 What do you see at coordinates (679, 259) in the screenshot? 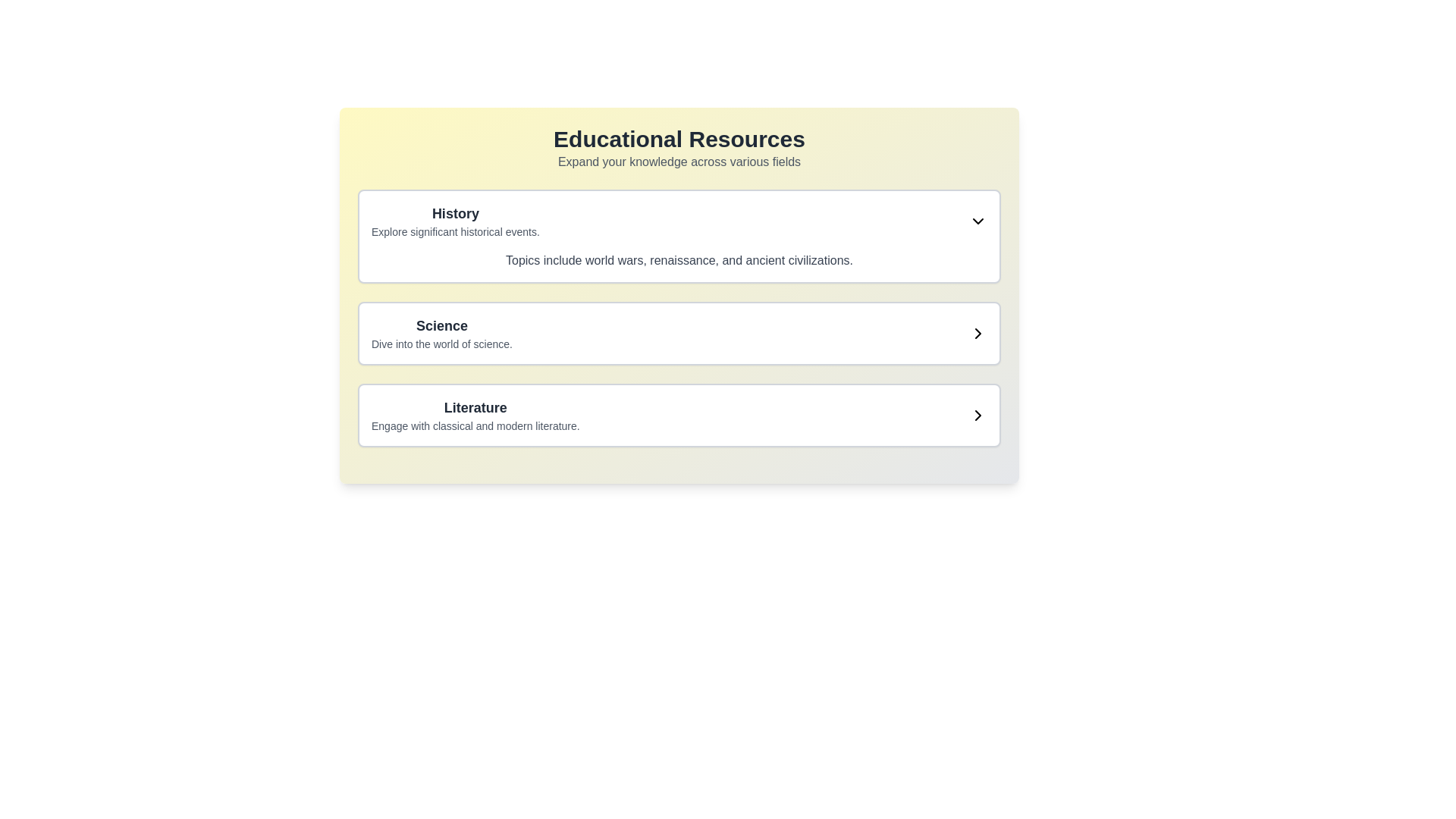
I see `the Static Text element that provides elaboration for the 'History' section, positioned below the bold title 'History'` at bounding box center [679, 259].